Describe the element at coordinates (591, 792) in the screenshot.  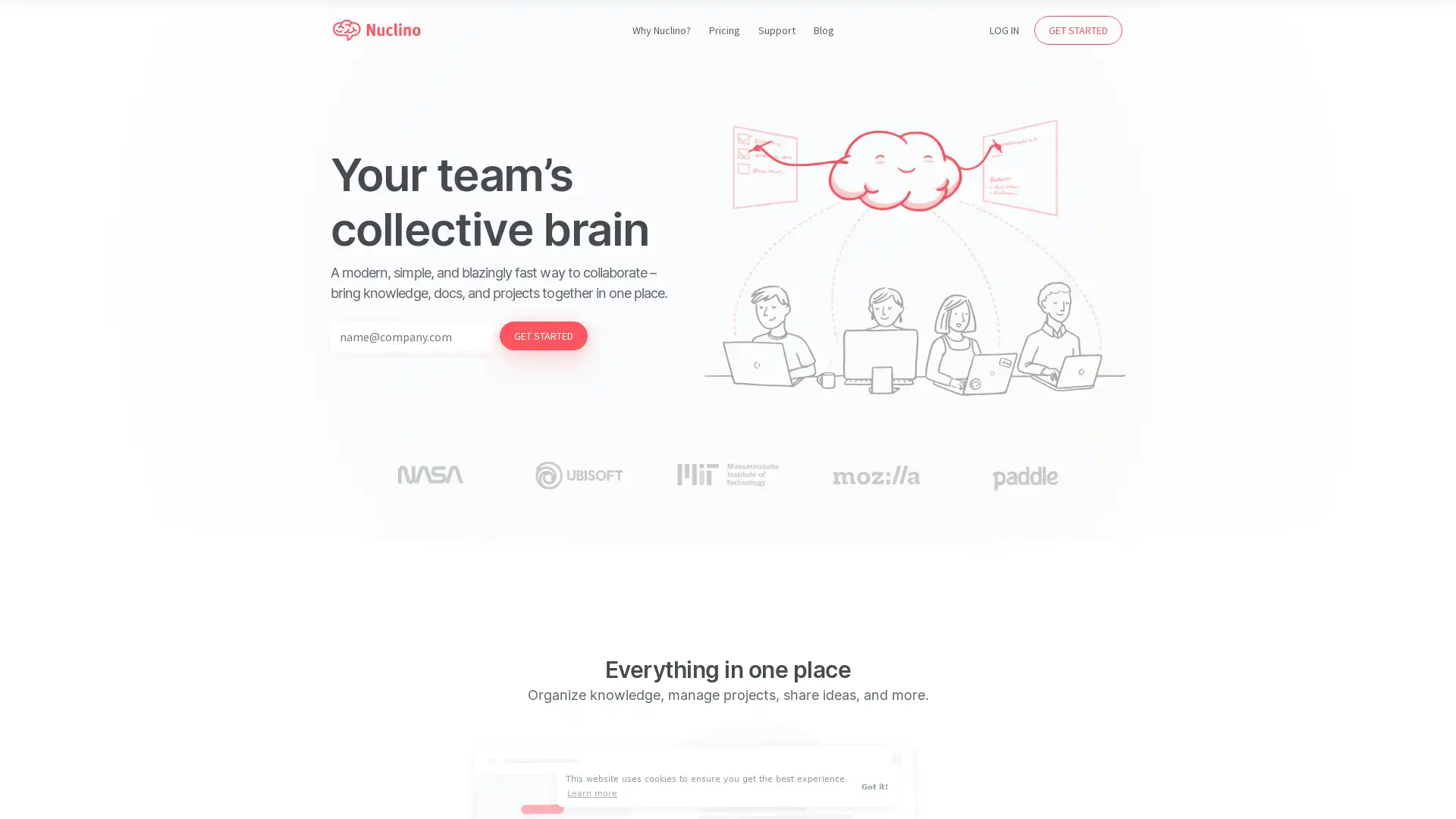
I see `learn more about cookies` at that location.